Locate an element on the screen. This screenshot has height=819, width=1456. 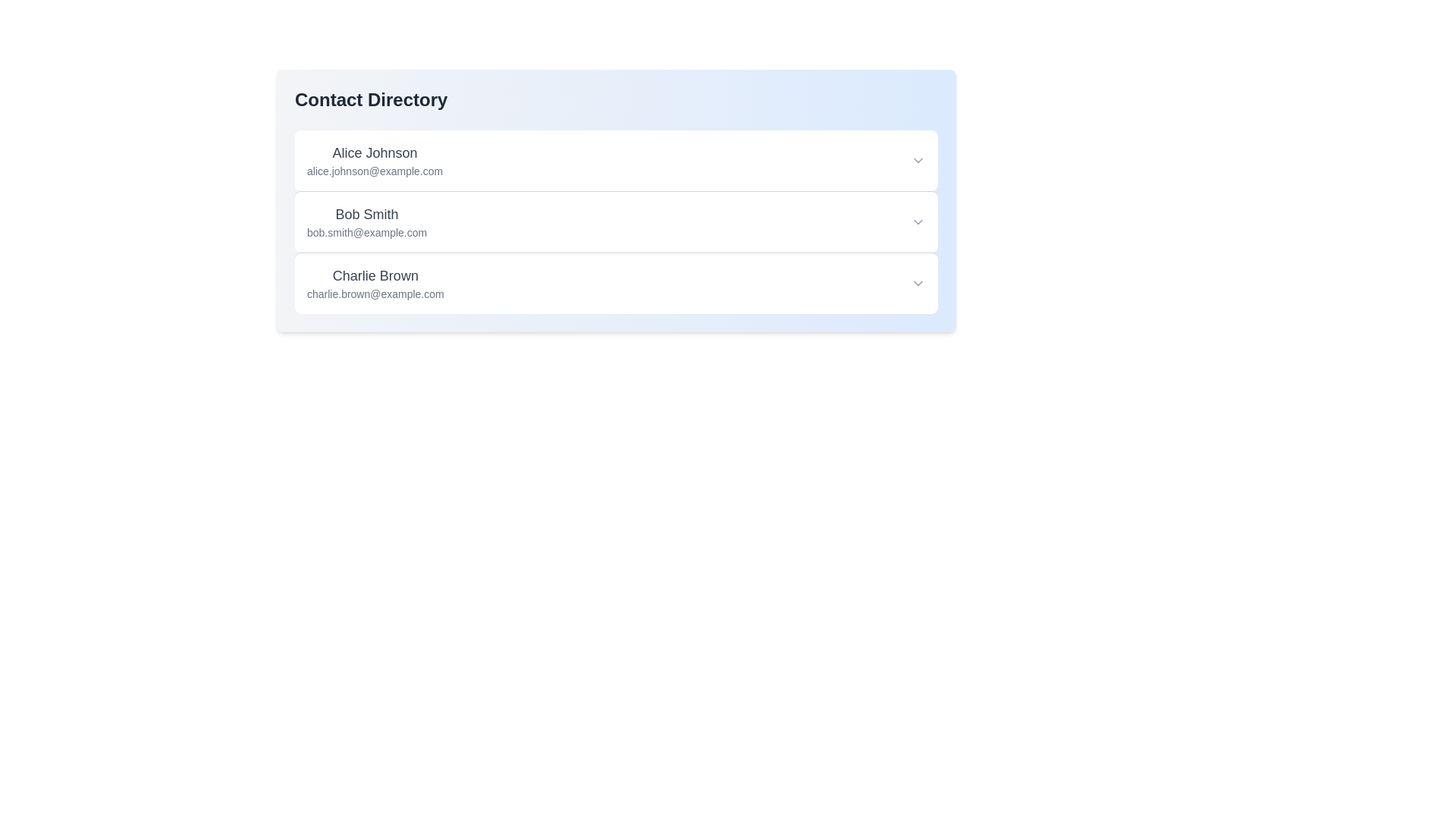
the text display showing the contact name and email address of 'Alice Johnson' is located at coordinates (375, 161).